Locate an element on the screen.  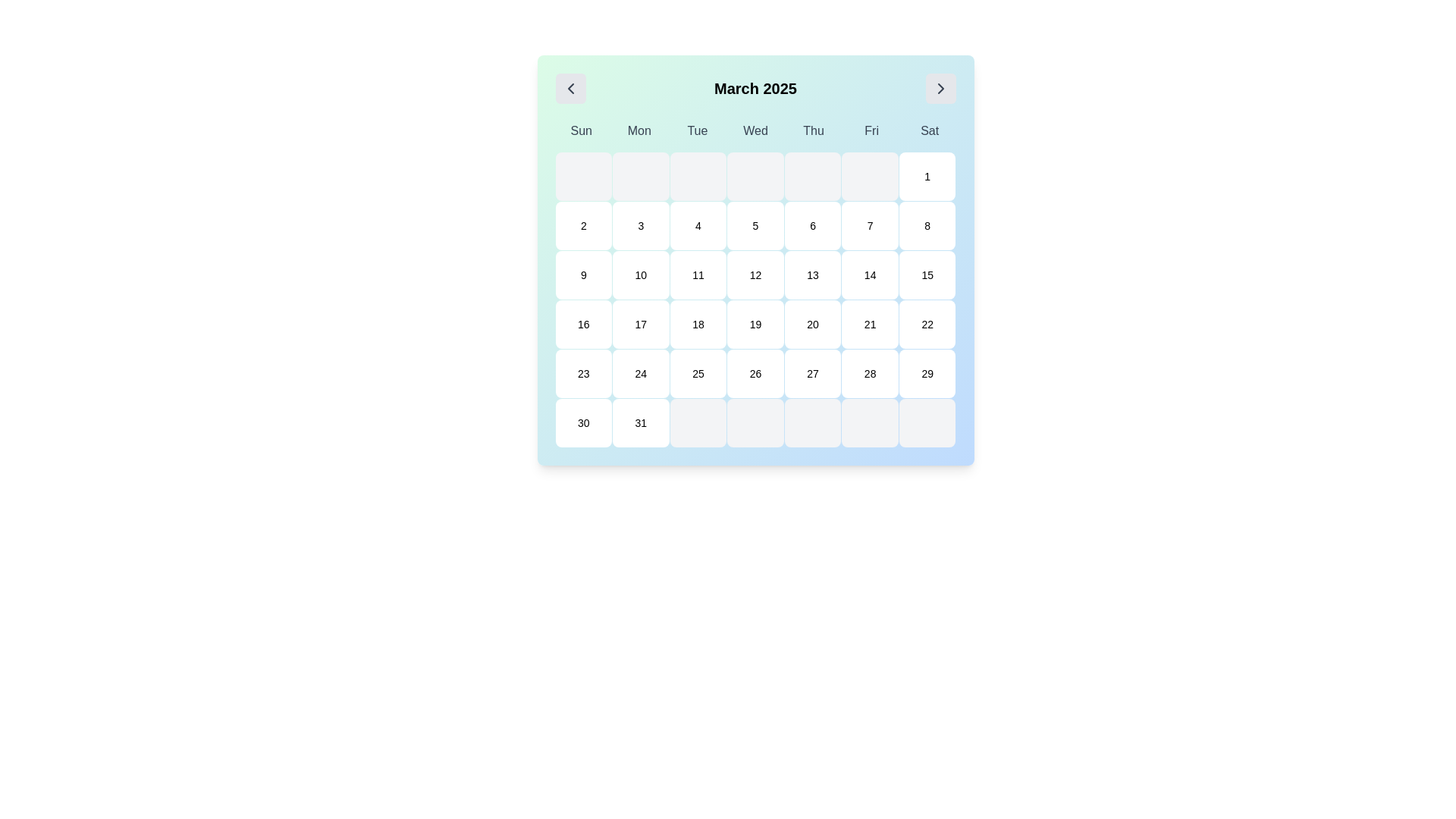
the square-shaped calendar date button displaying '24' is located at coordinates (641, 374).